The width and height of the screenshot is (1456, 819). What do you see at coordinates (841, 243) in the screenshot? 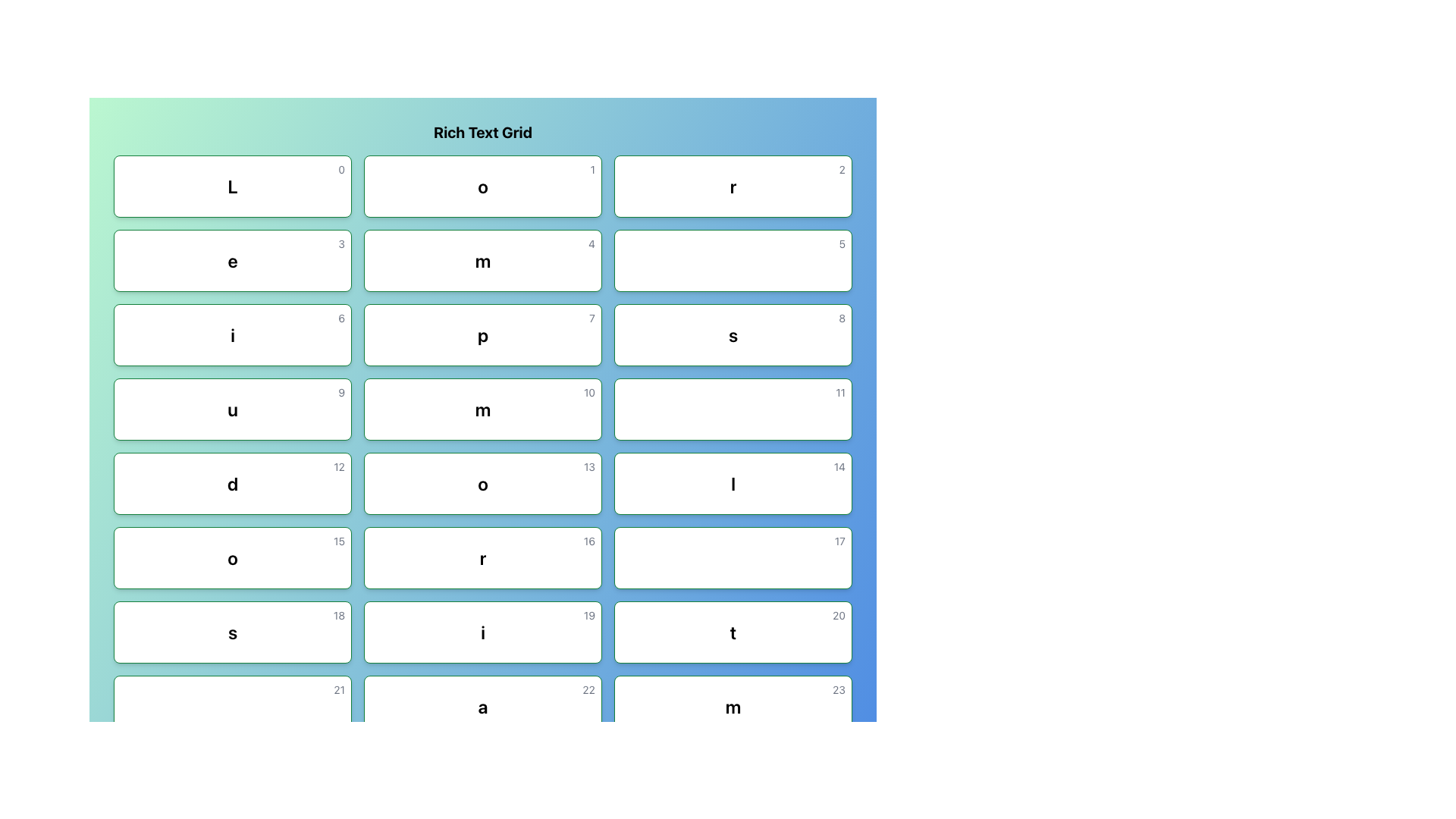
I see `the small numerical text '5' displayed in light gray located at the top-right corner of a white card with green borders and rounded corners in the second column of the second row of a grid layout` at bounding box center [841, 243].